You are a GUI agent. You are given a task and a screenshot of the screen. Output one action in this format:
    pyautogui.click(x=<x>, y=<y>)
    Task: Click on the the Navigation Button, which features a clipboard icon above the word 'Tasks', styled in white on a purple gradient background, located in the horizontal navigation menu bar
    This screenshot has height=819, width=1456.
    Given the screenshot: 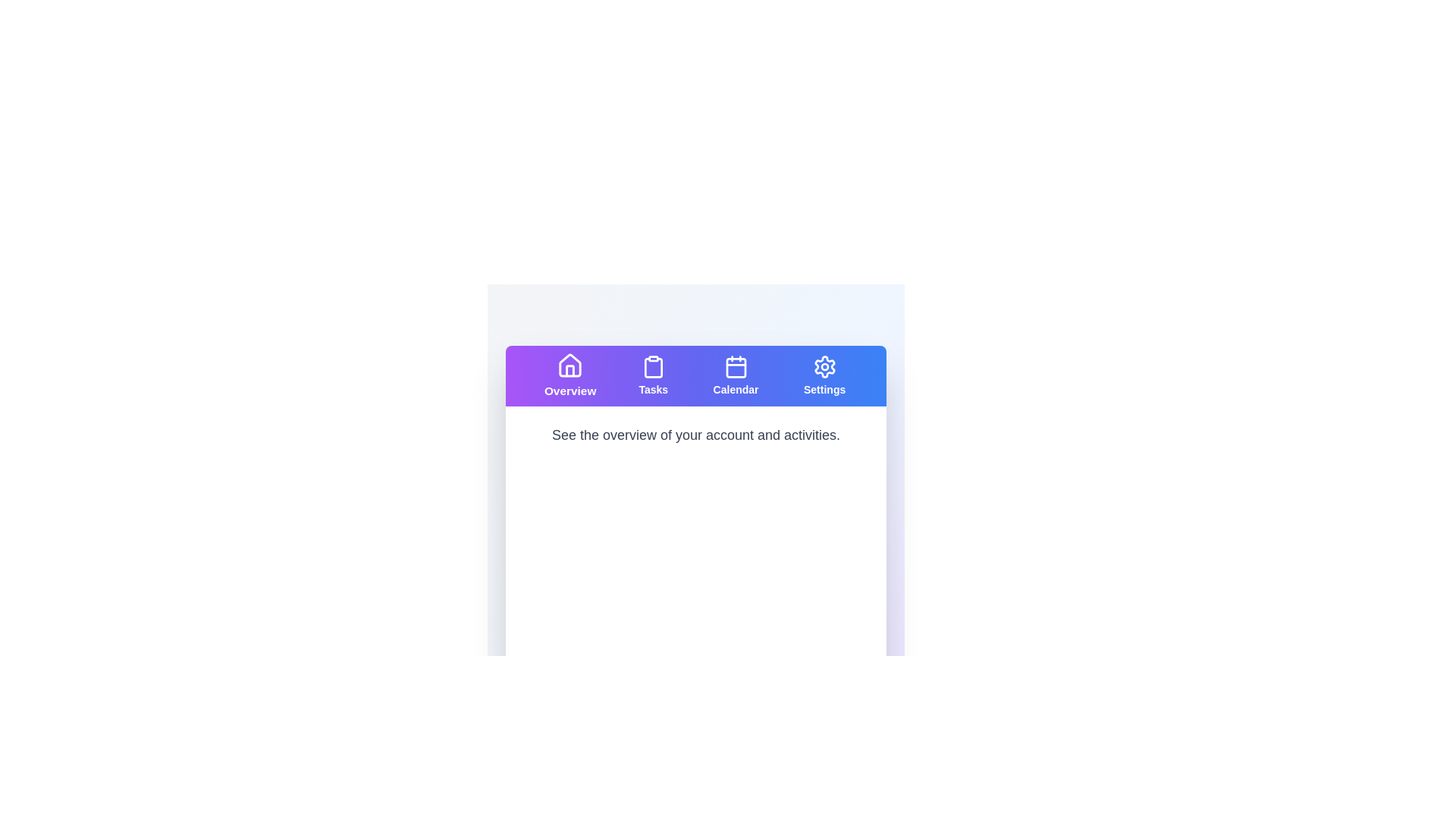 What is the action you would take?
    pyautogui.click(x=653, y=375)
    